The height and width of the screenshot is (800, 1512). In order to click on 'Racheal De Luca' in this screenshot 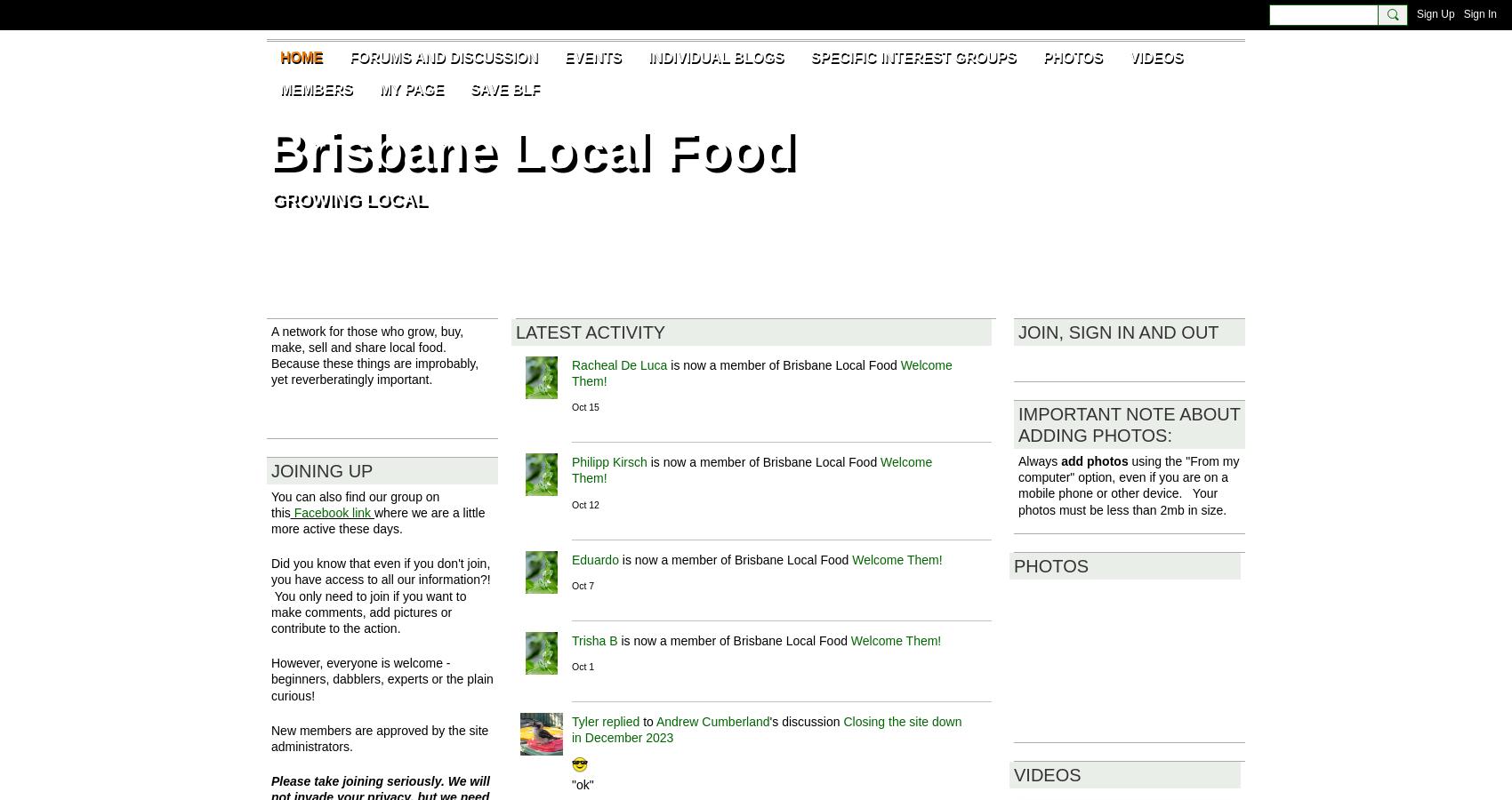, I will do `click(571, 364)`.